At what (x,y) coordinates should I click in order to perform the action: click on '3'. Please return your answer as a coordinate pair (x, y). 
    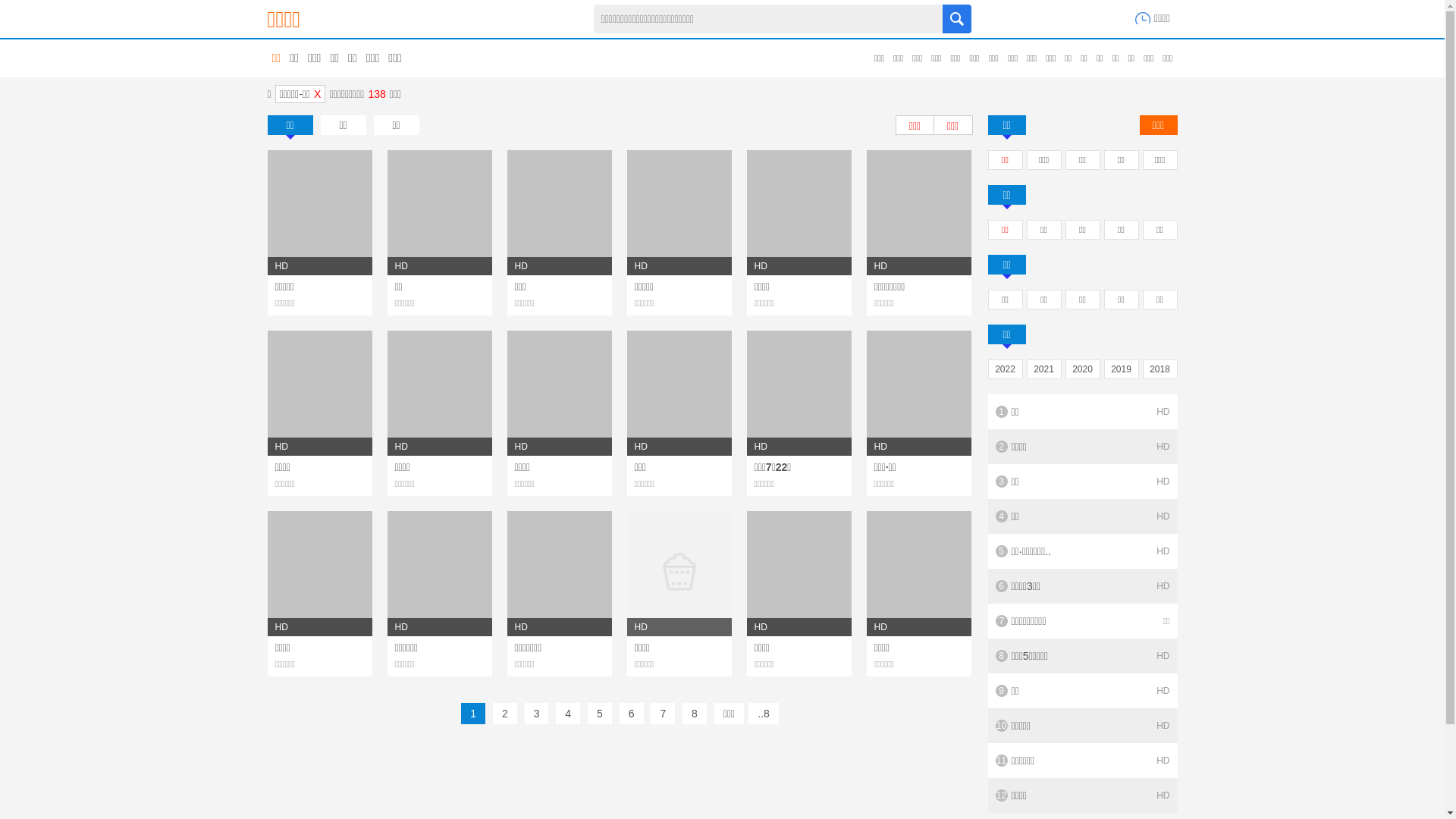
    Looking at the image, I should click on (537, 714).